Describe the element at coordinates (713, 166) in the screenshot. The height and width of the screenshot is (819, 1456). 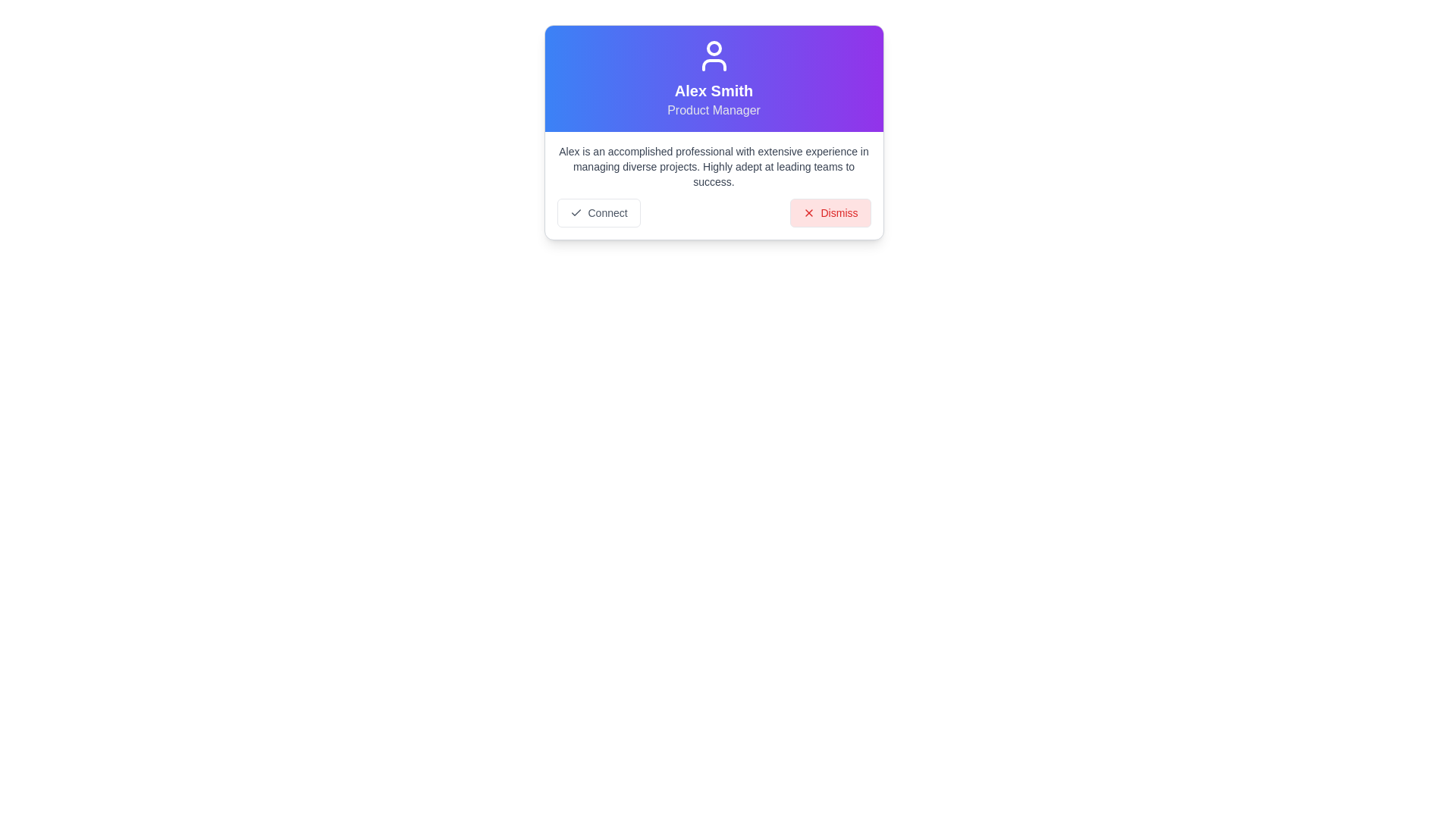
I see `static text content block describing Alex's professional summary, which is styled in gray and located centrally below the 'Alex Smith' header within the card layout` at that location.